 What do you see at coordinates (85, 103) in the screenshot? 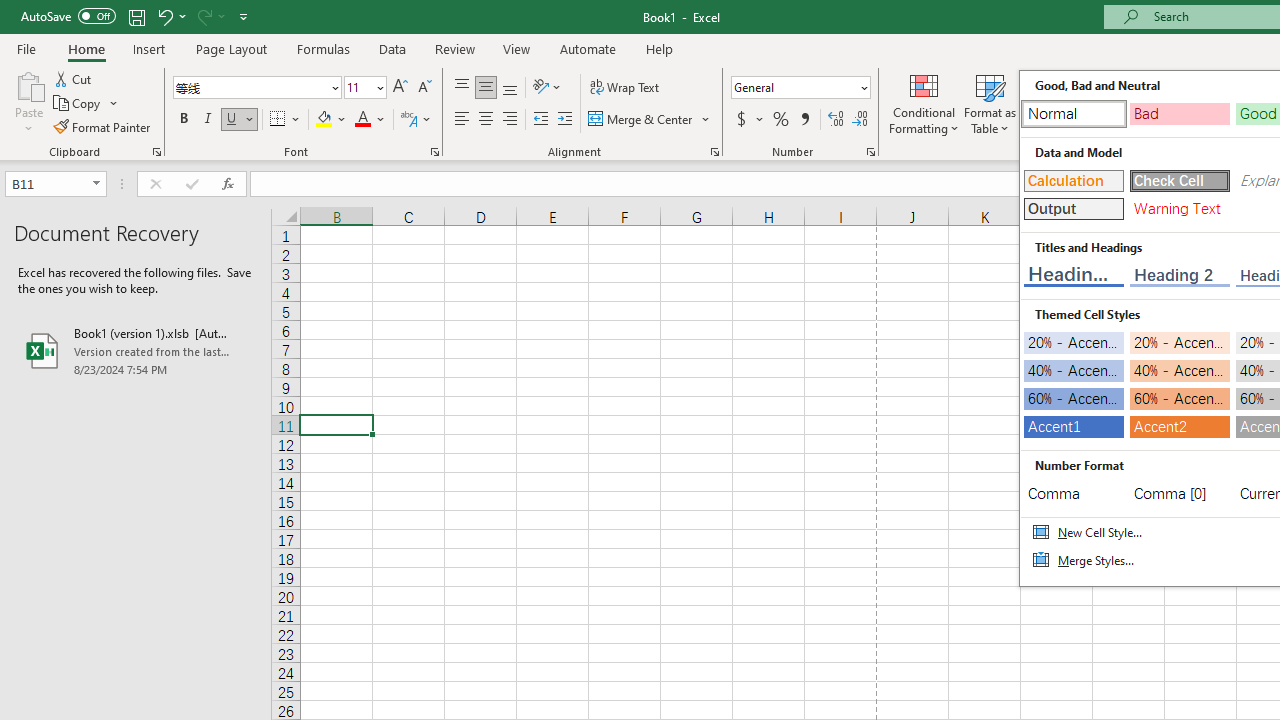
I see `'Copy'` at bounding box center [85, 103].